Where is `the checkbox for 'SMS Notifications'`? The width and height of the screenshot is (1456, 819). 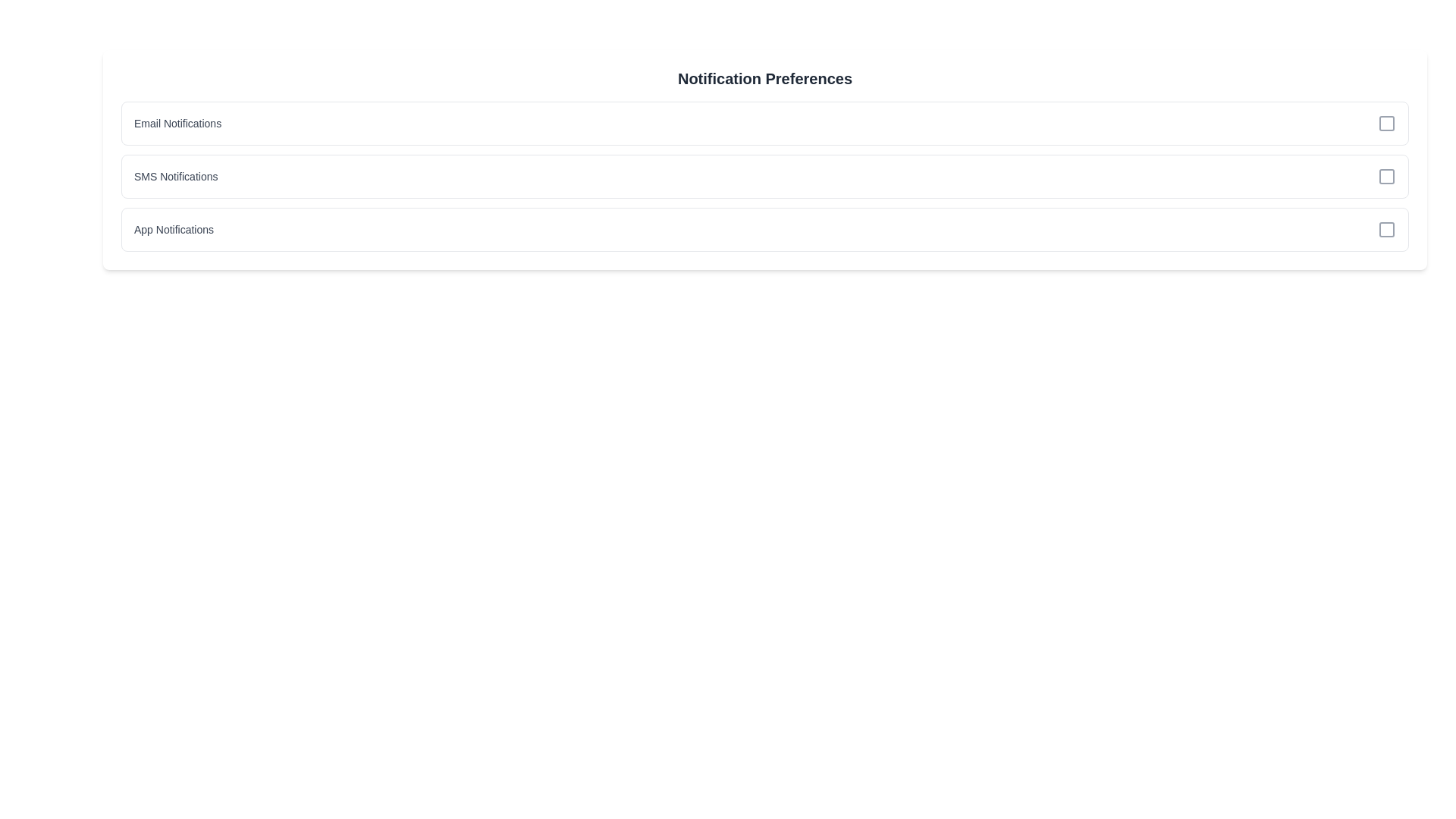
the checkbox for 'SMS Notifications' is located at coordinates (1386, 175).